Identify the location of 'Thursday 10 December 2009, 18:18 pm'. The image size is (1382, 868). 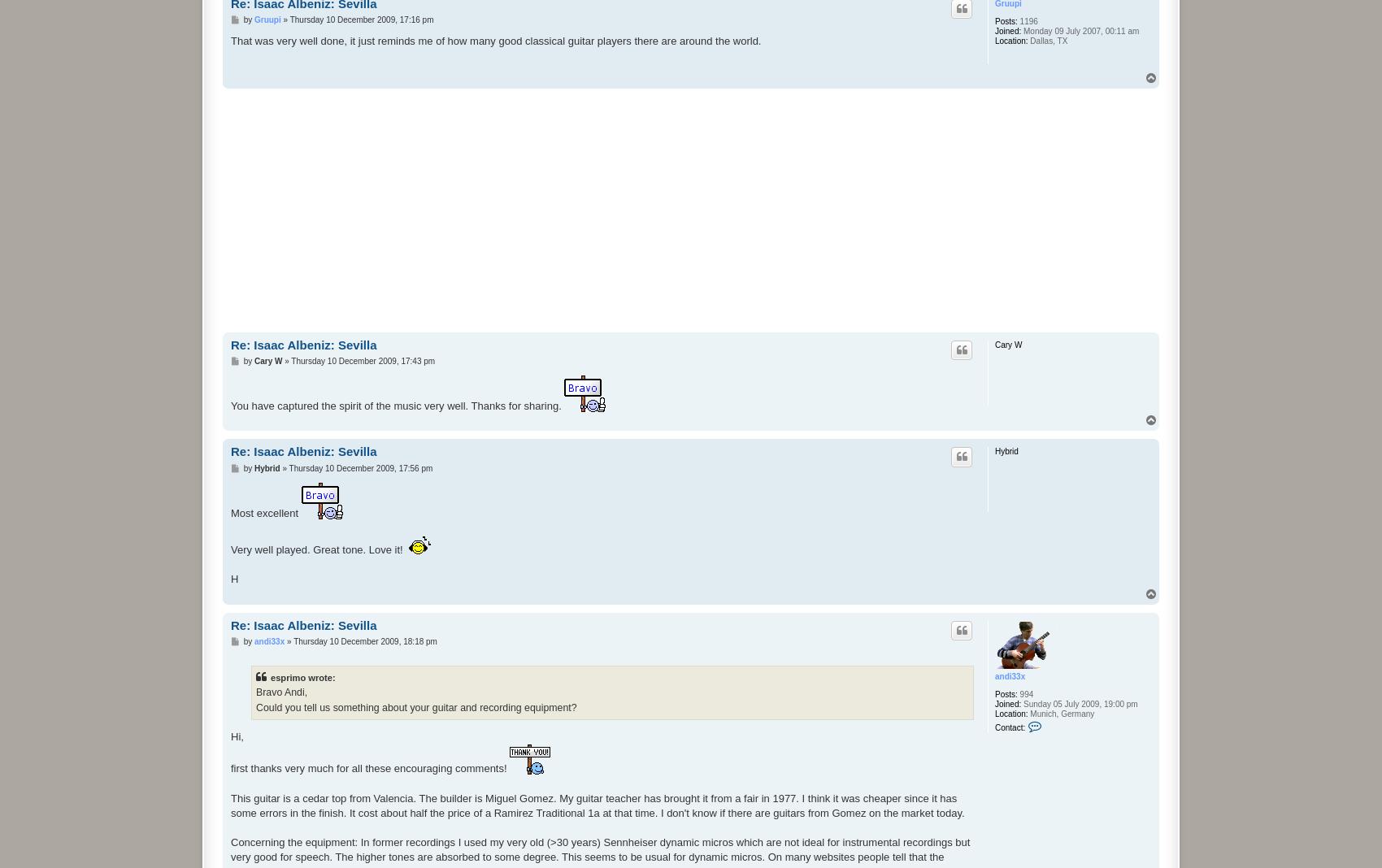
(364, 640).